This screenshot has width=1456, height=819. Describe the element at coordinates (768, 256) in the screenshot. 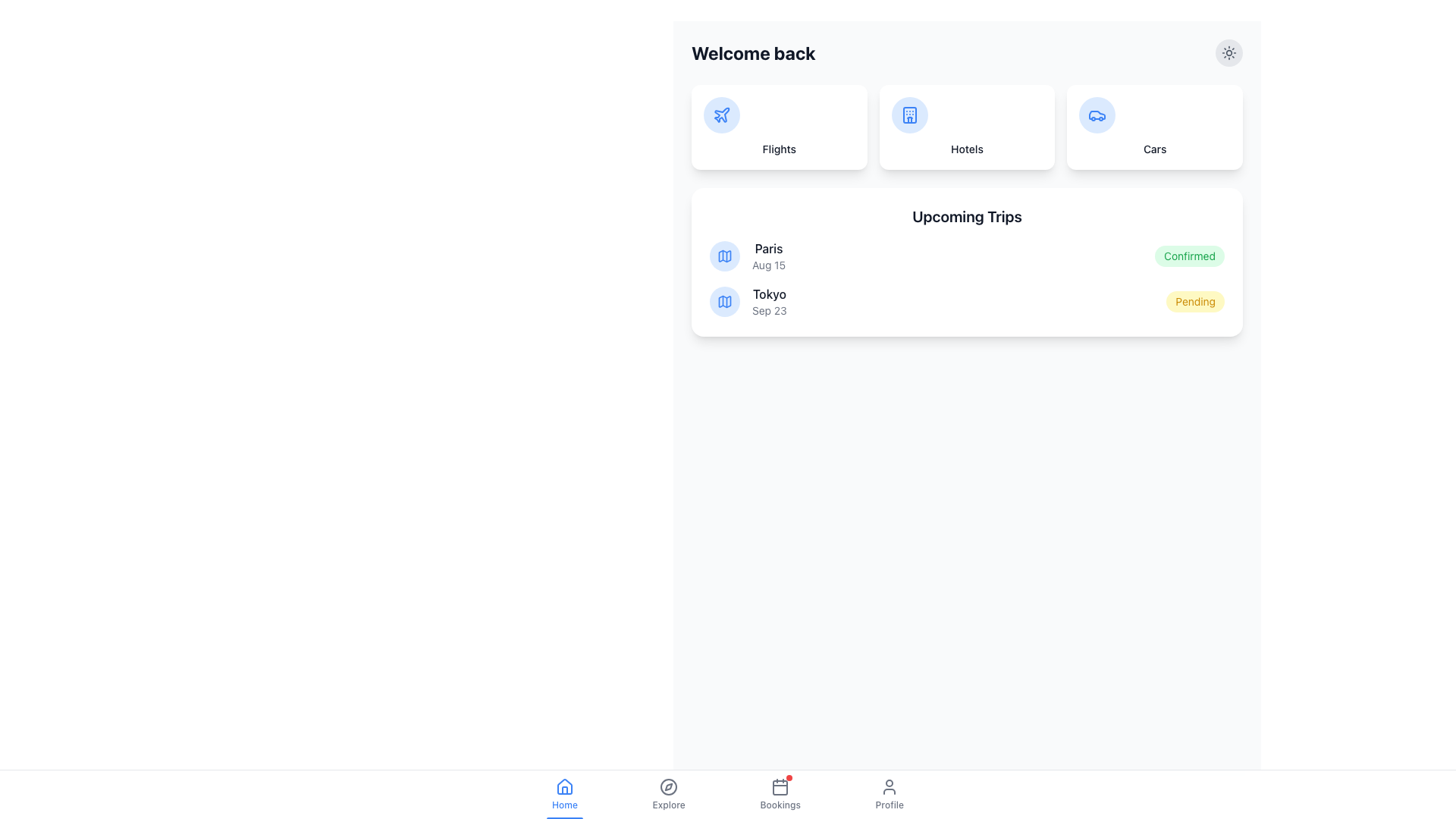

I see `the label displaying 'Paris' in bold and 'Aug 15' in lighter text, located in the 'Upcoming Trips' section, aligned with a map icon` at that location.